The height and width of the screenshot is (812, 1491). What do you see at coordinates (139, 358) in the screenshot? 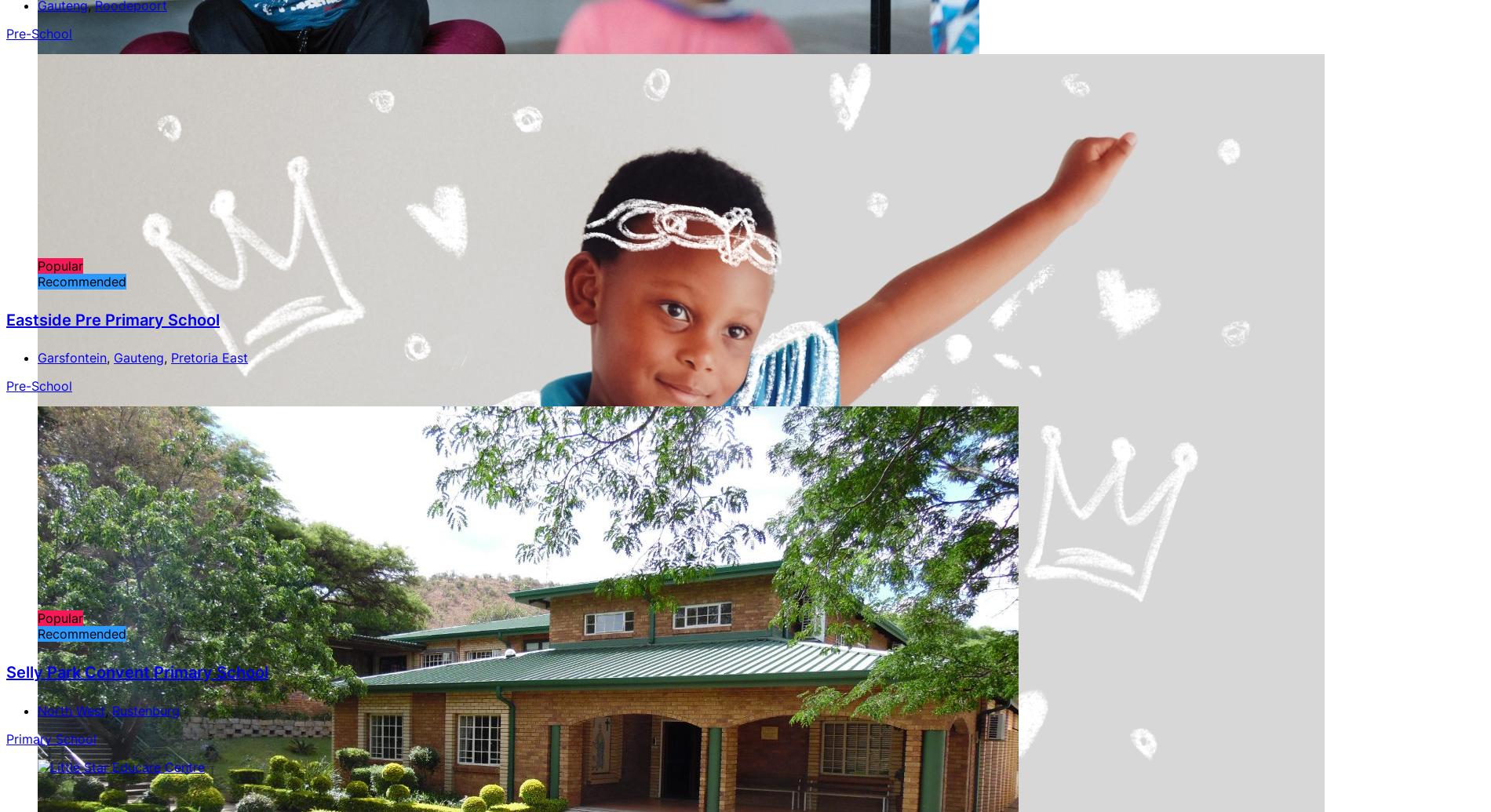
I see `'Gauteng'` at bounding box center [139, 358].